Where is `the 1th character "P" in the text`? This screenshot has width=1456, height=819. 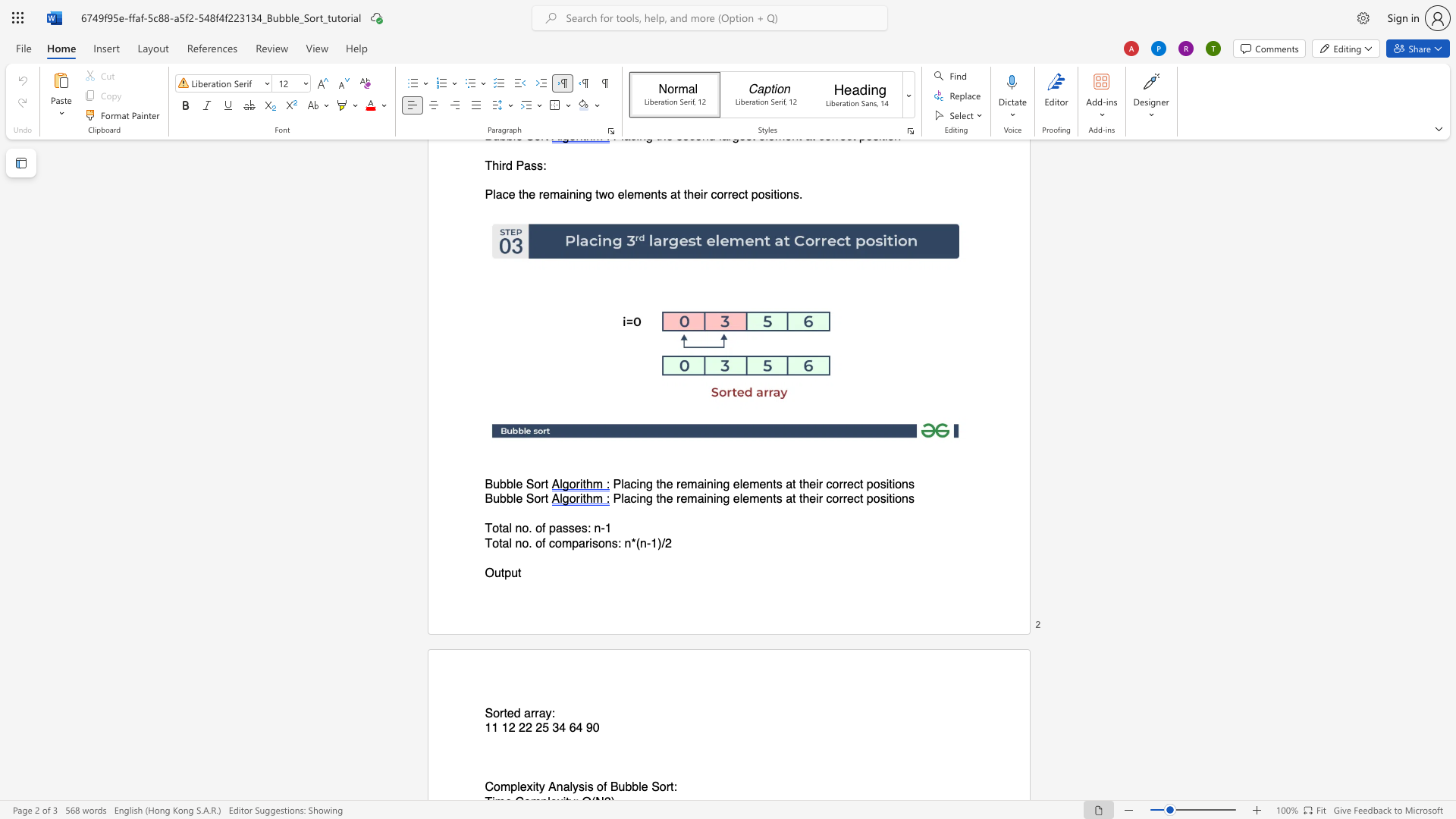 the 1th character "P" in the text is located at coordinates (617, 499).